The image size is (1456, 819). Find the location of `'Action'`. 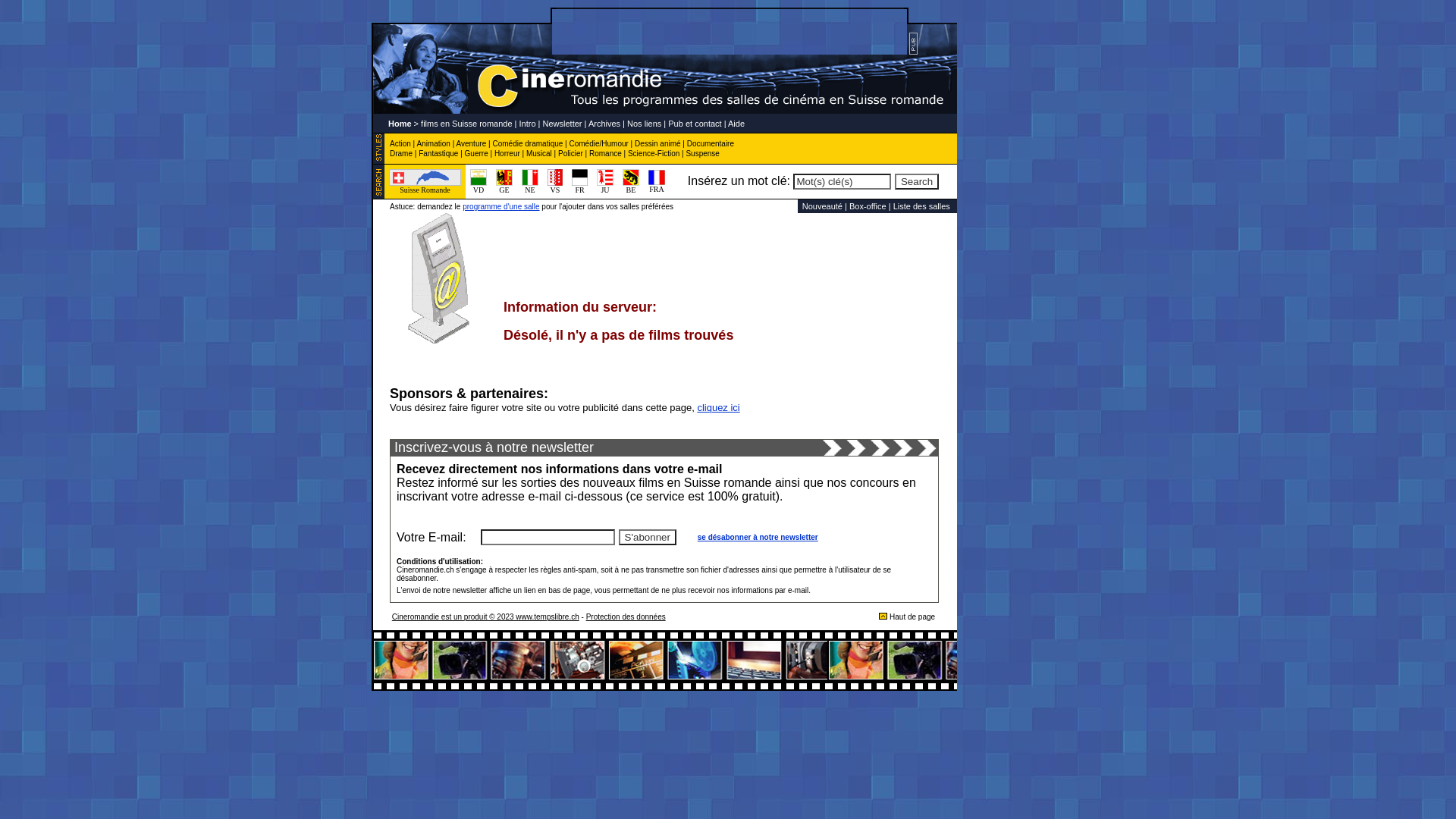

'Action' is located at coordinates (400, 143).